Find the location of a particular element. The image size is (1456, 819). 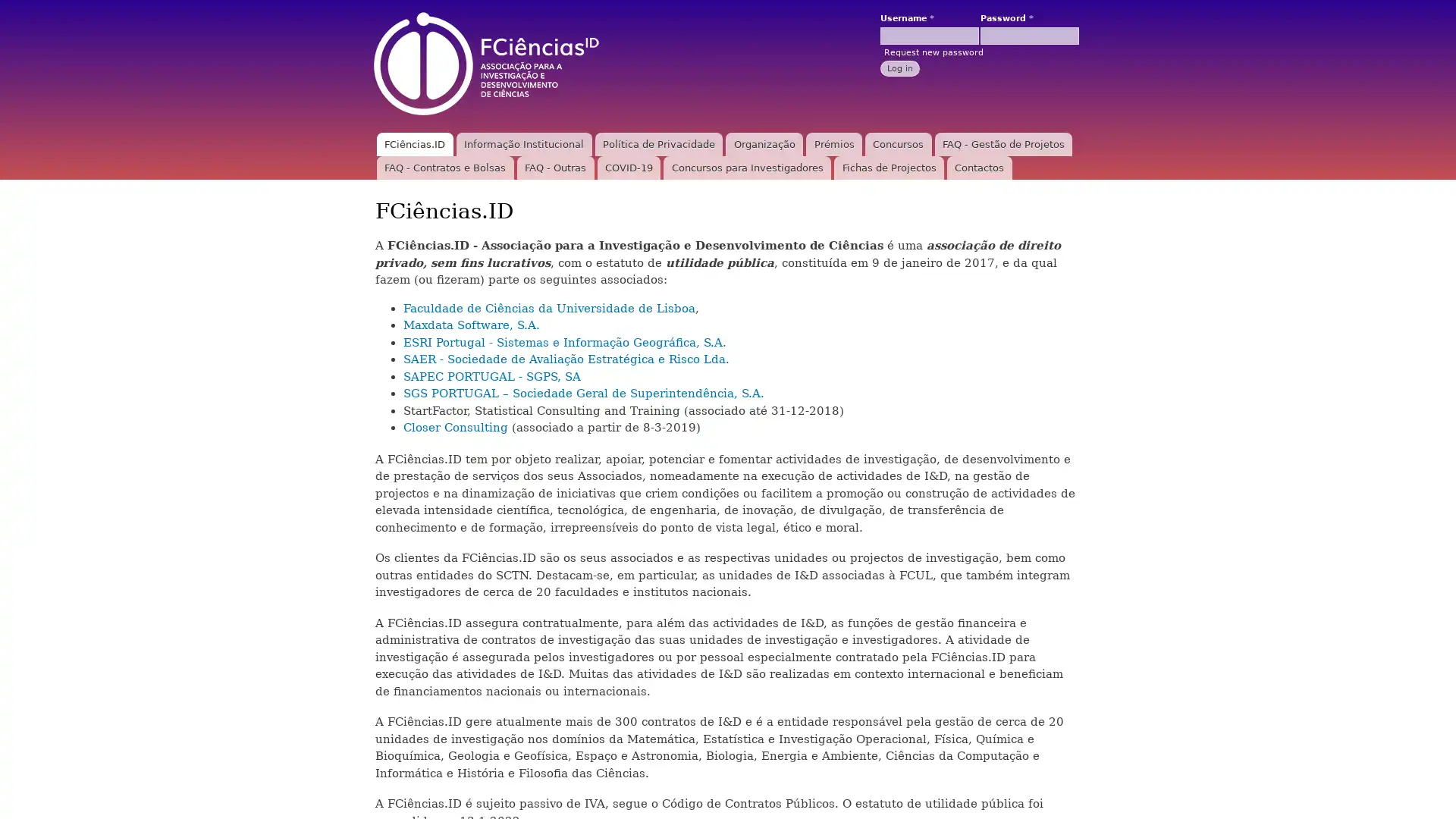

Log in is located at coordinates (899, 67).